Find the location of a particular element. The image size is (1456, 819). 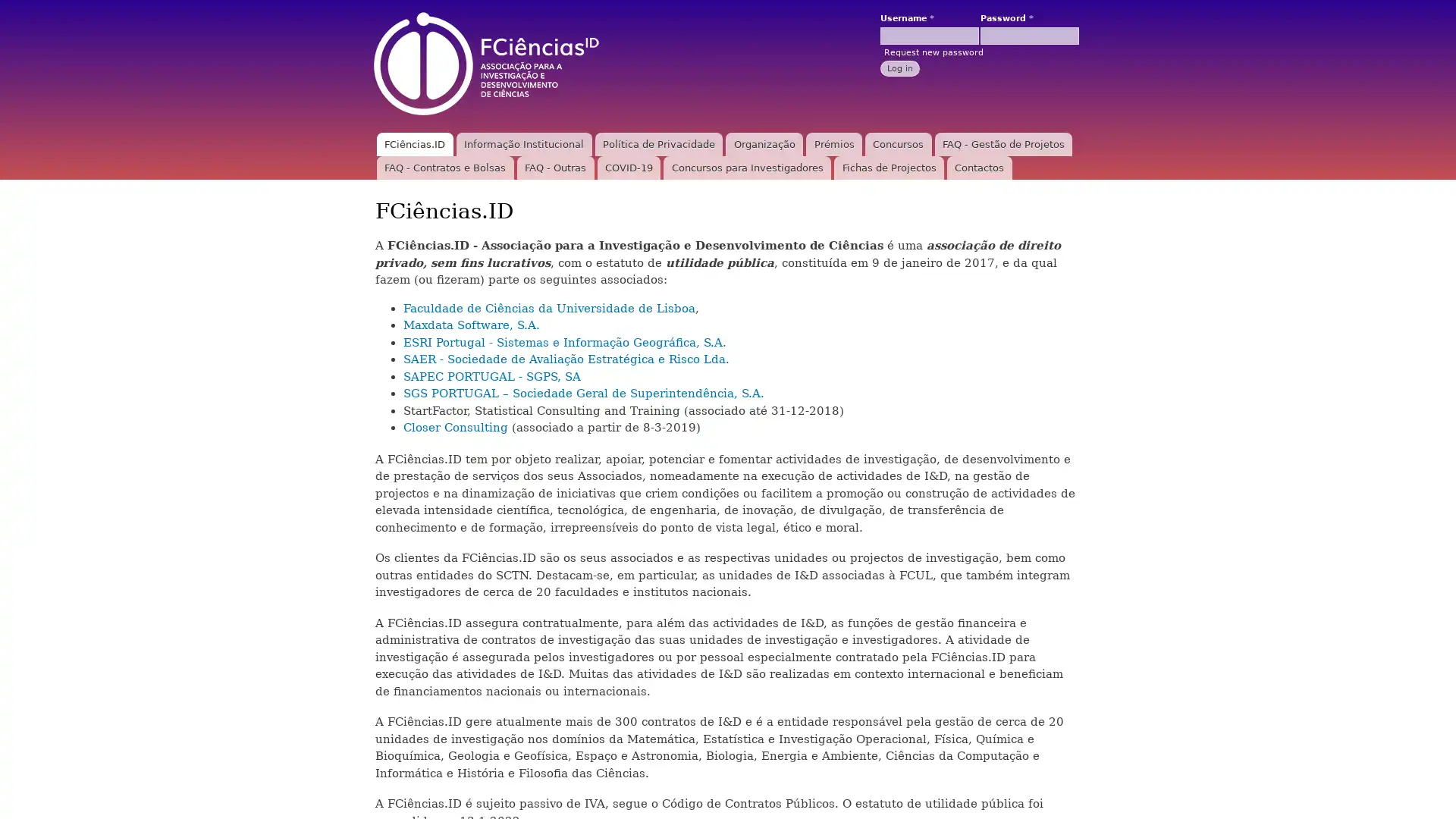

Log in is located at coordinates (899, 67).